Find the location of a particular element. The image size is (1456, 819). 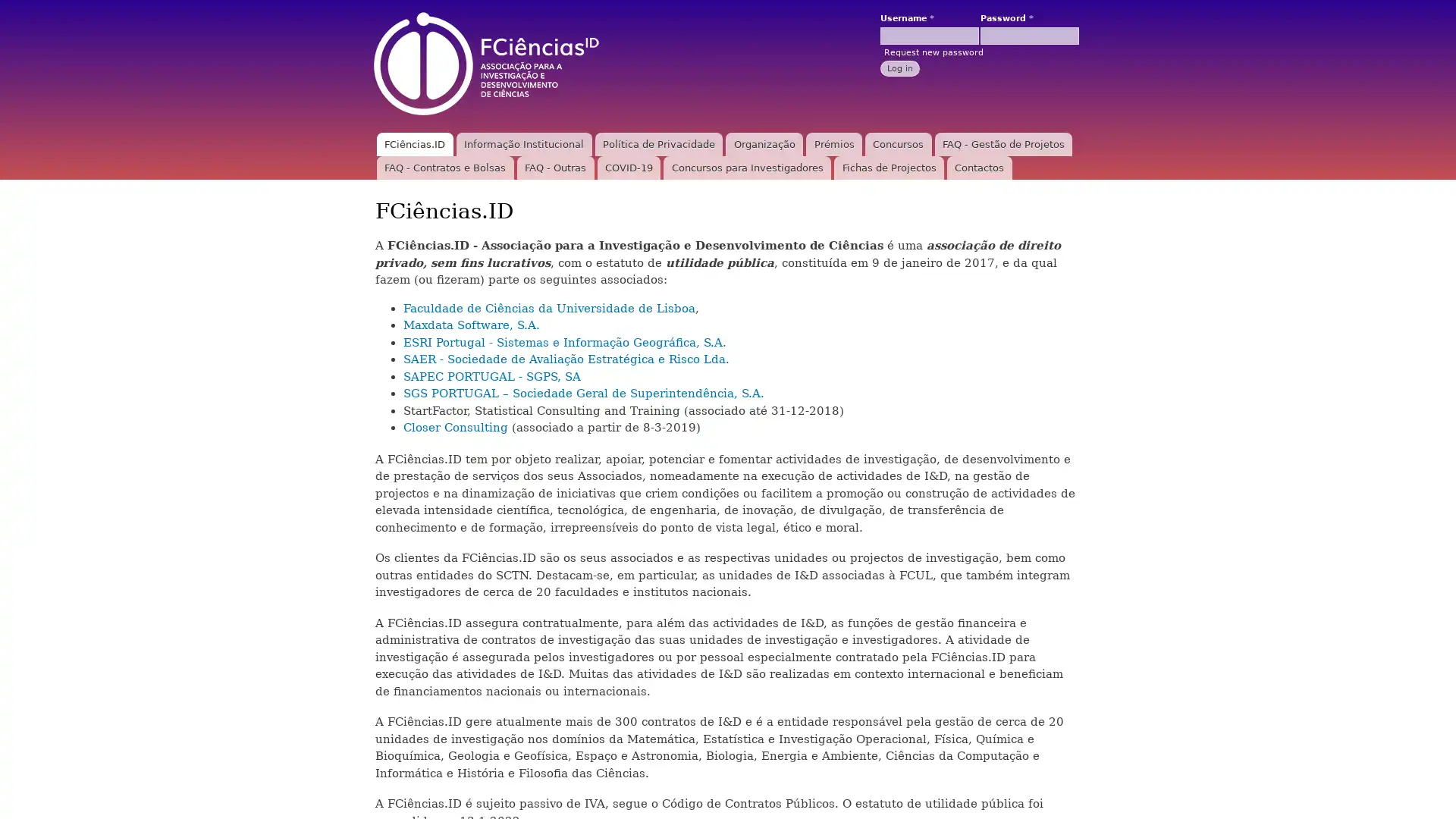

Log in is located at coordinates (899, 67).